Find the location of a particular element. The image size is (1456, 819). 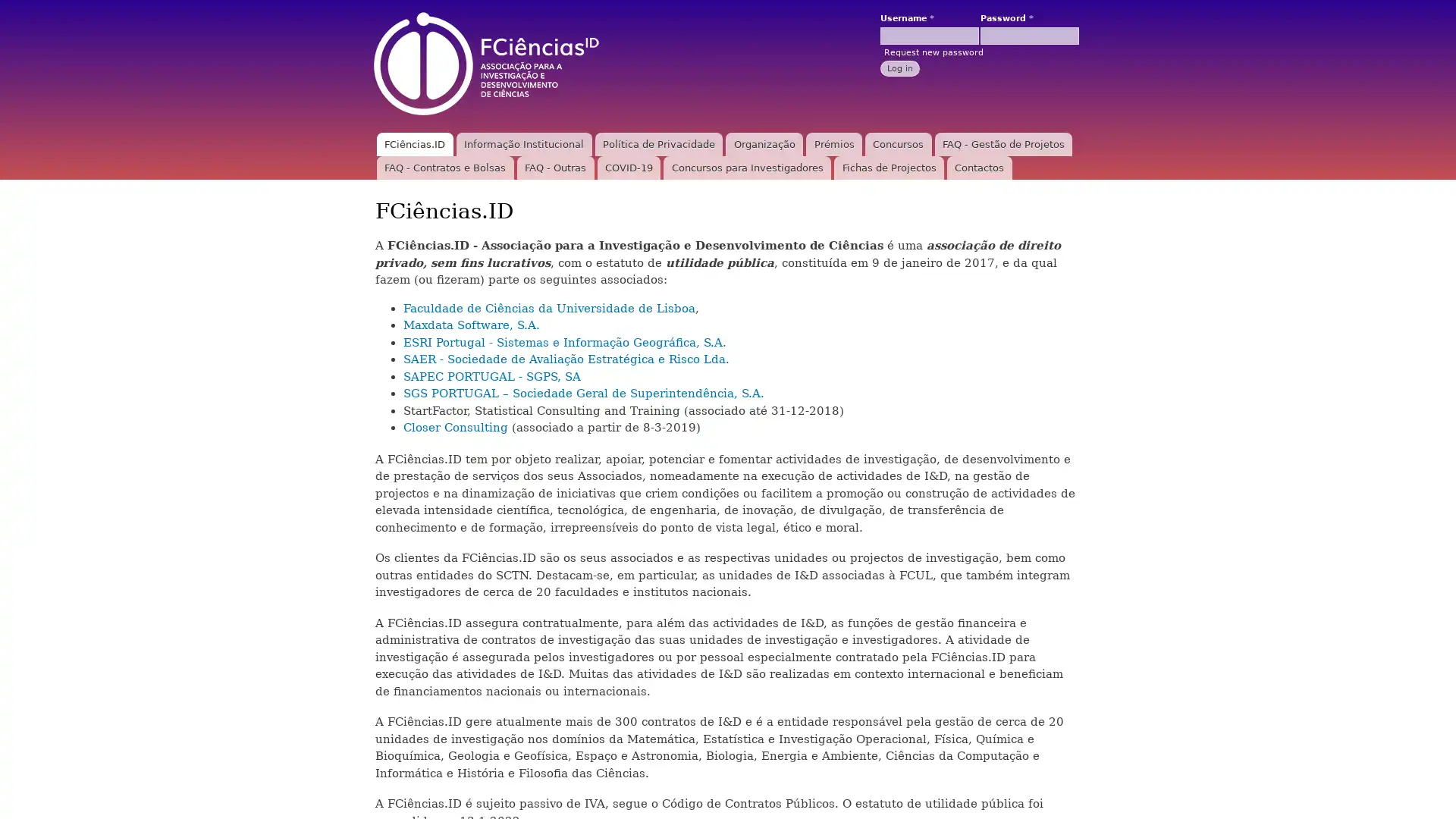

Log in is located at coordinates (899, 67).